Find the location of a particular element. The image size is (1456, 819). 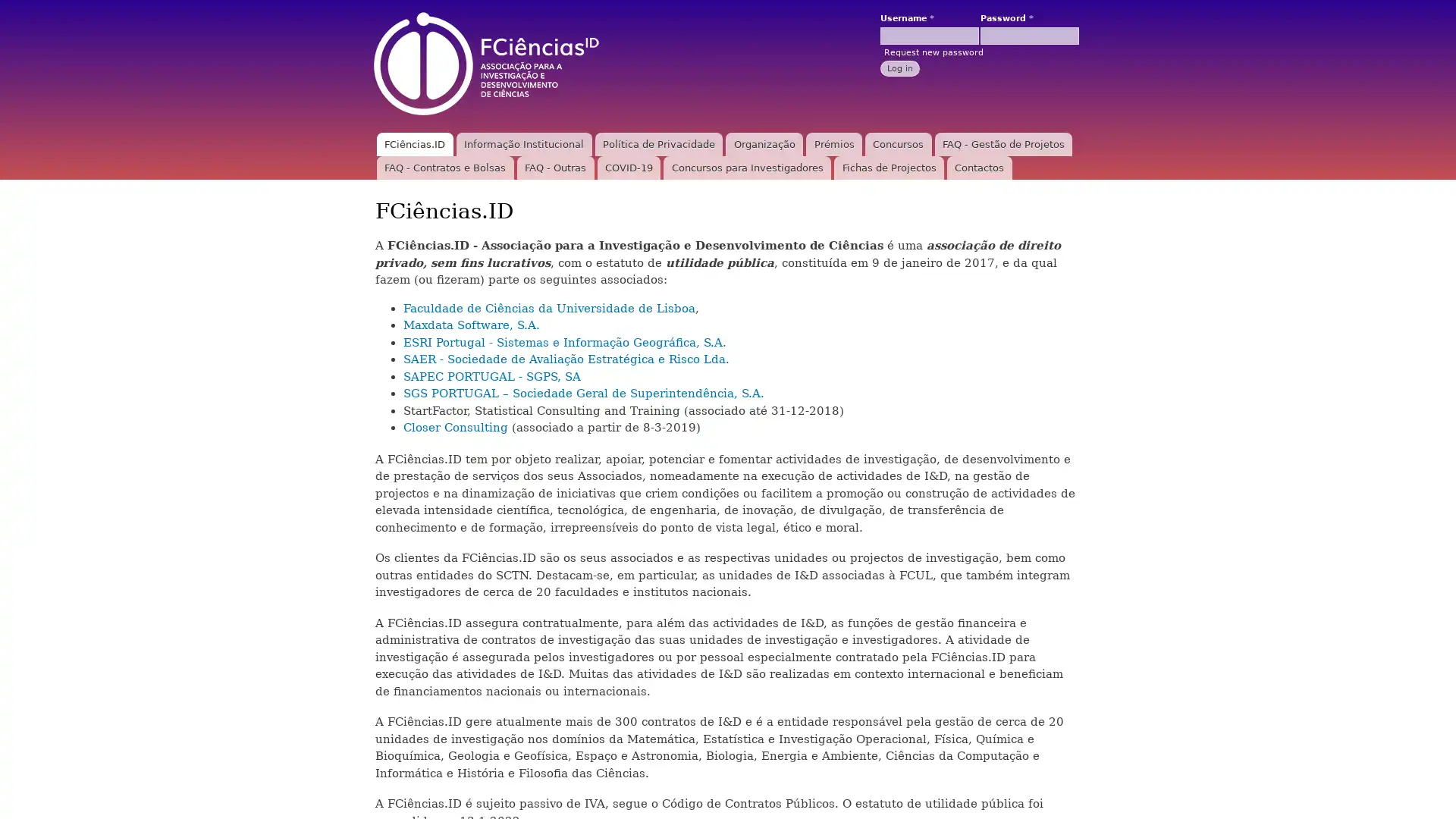

Log in is located at coordinates (899, 67).